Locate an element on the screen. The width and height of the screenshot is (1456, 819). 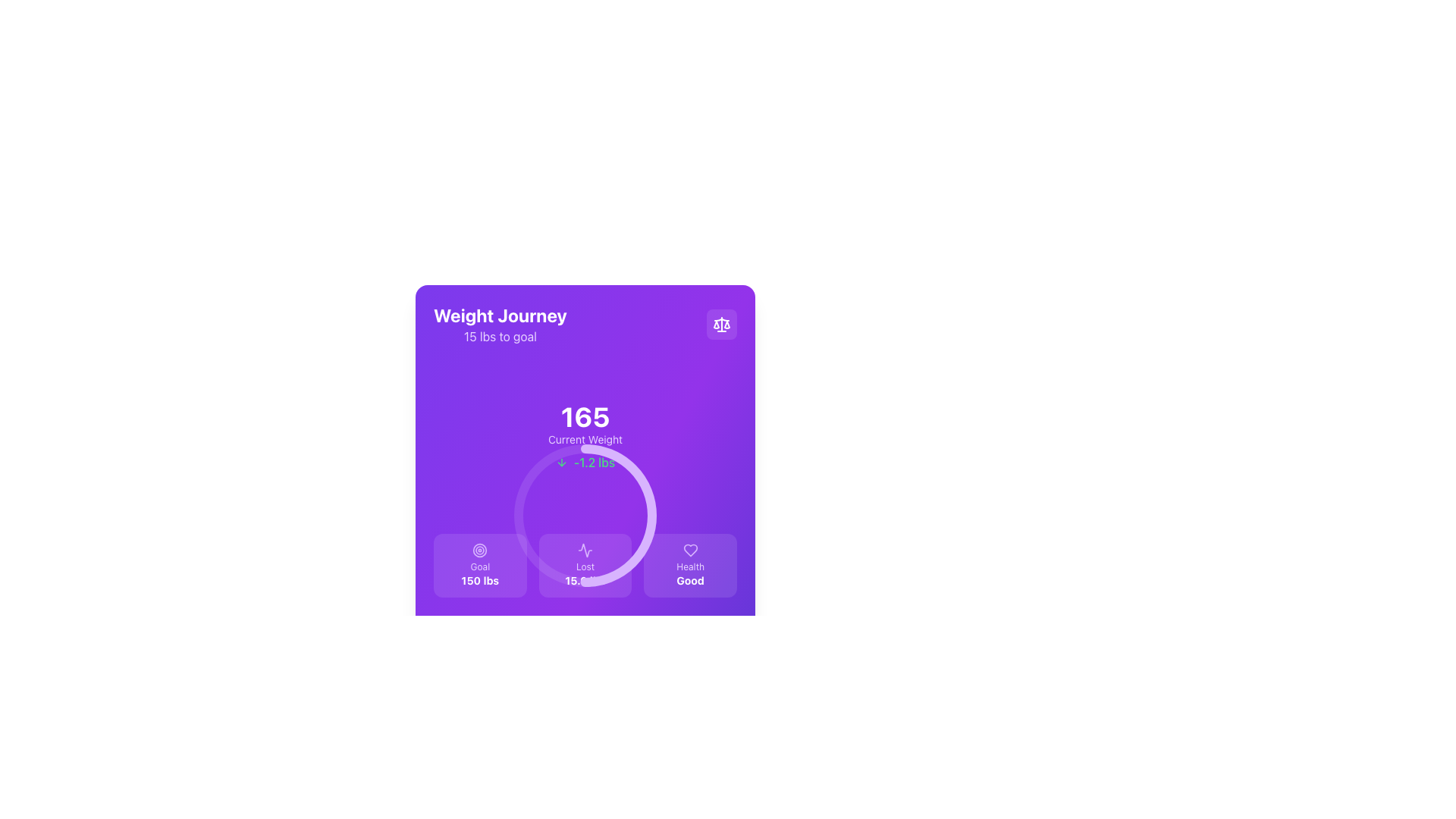
the third log entry card displaying a date from two days ago, weight 166.2 lbs, and a change in weight of -0.3 lbs, located near the bottom of the vertical list is located at coordinates (585, 789).